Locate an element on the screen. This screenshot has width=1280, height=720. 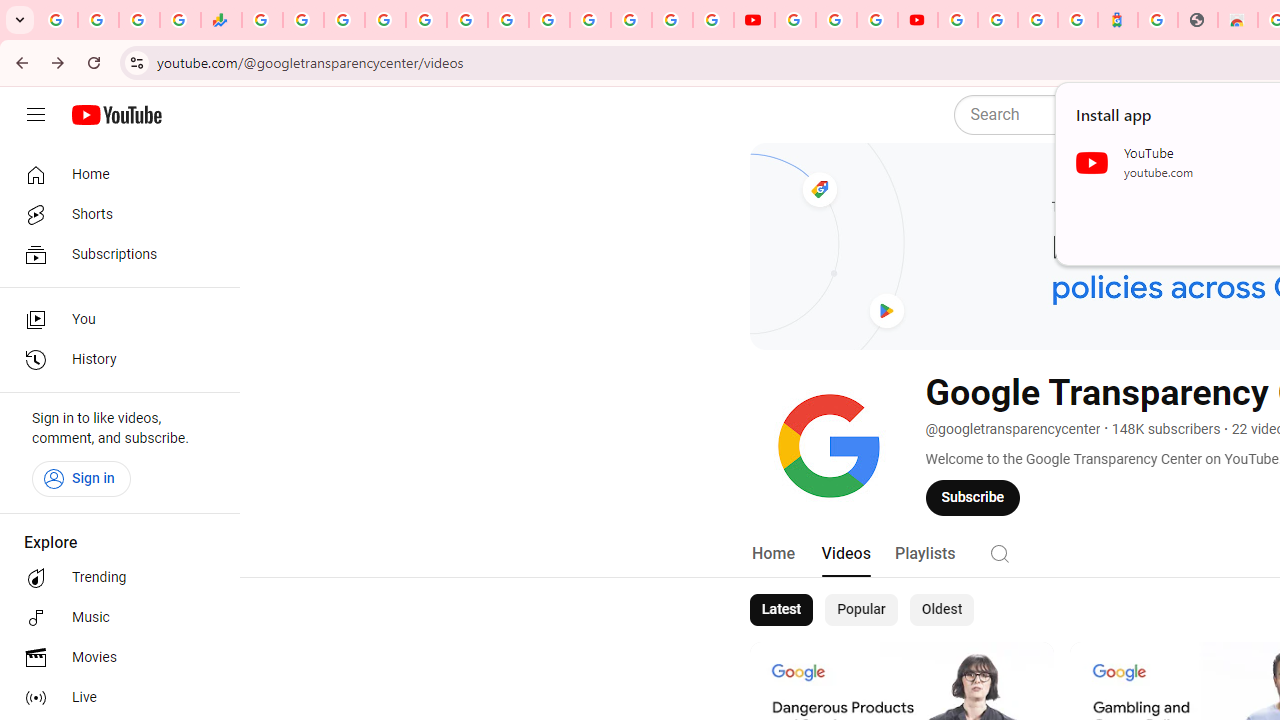
'Chrome Web Store - Household' is located at coordinates (1237, 20).